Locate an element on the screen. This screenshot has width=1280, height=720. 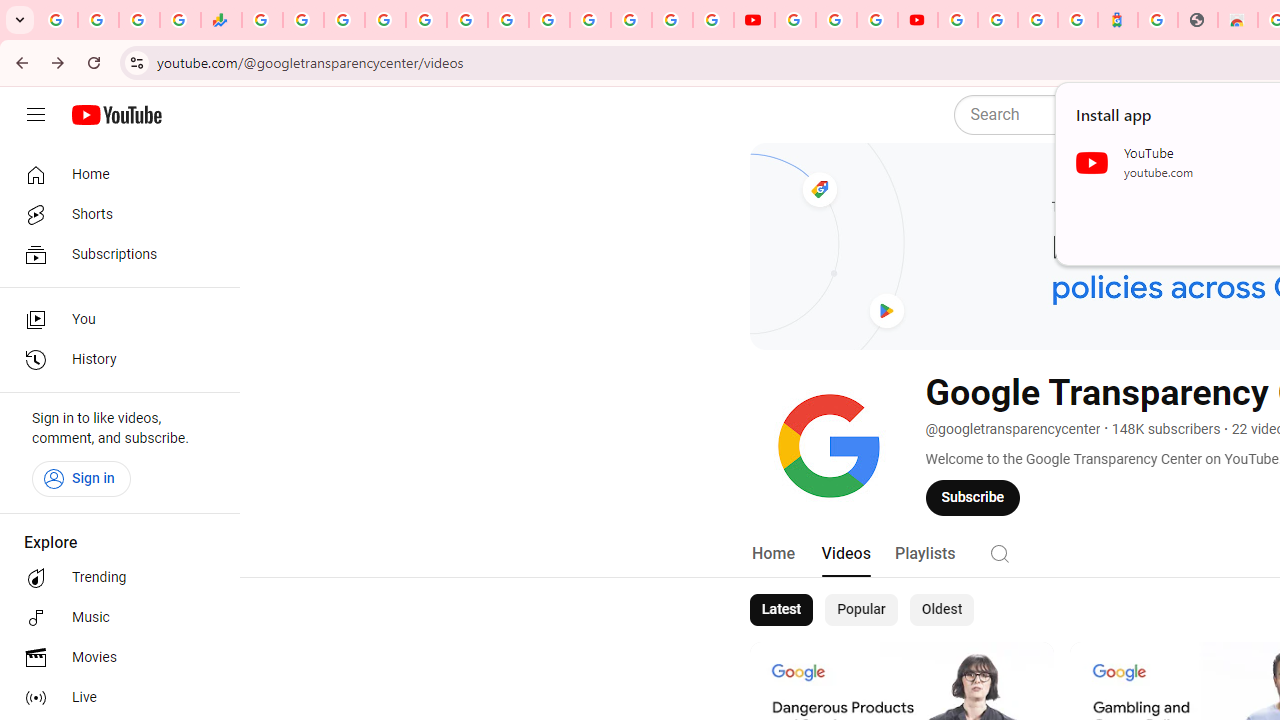
'Chrome Web Store - Household' is located at coordinates (1237, 20).